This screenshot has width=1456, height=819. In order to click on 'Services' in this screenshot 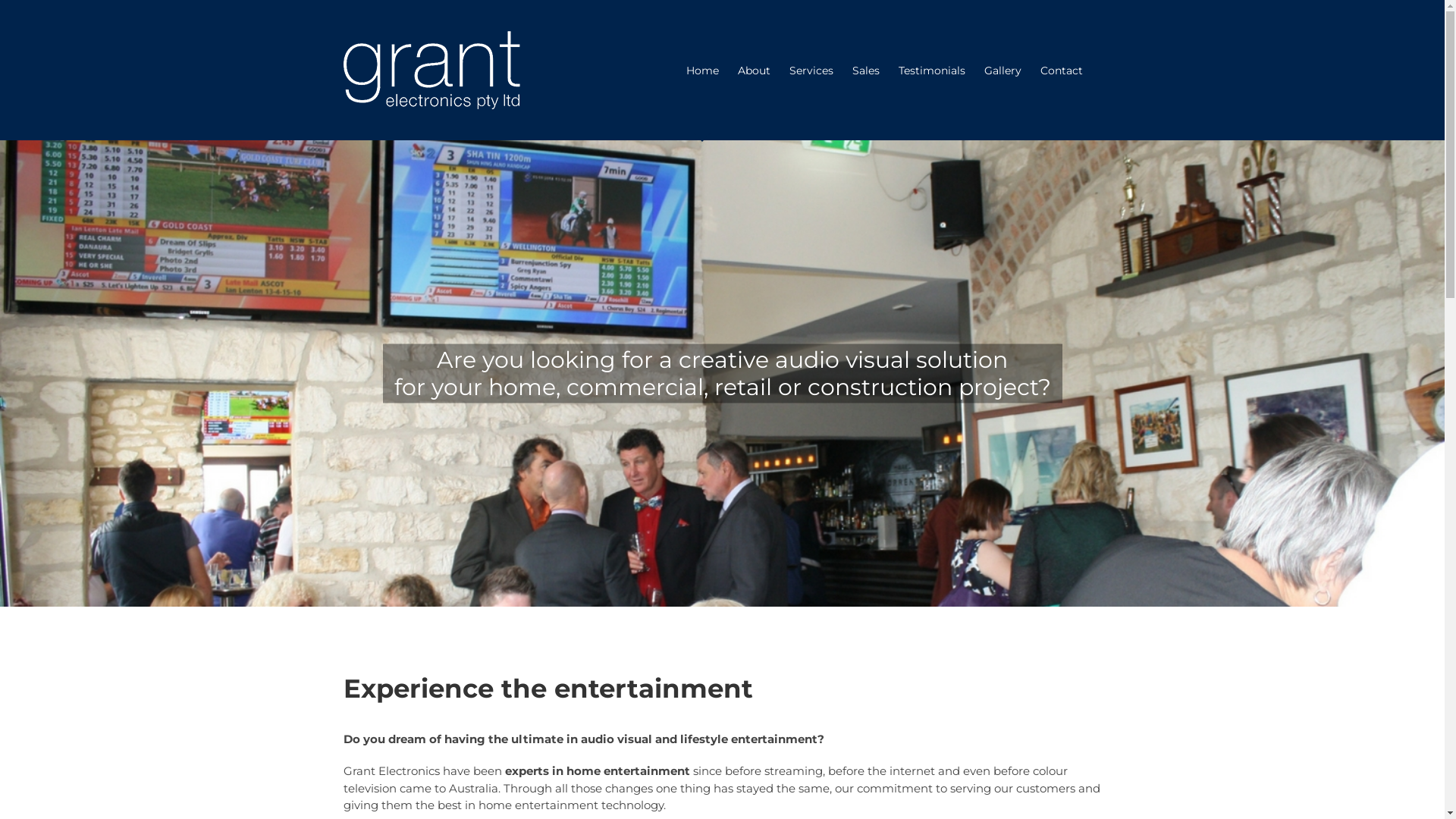, I will do `click(810, 70)`.